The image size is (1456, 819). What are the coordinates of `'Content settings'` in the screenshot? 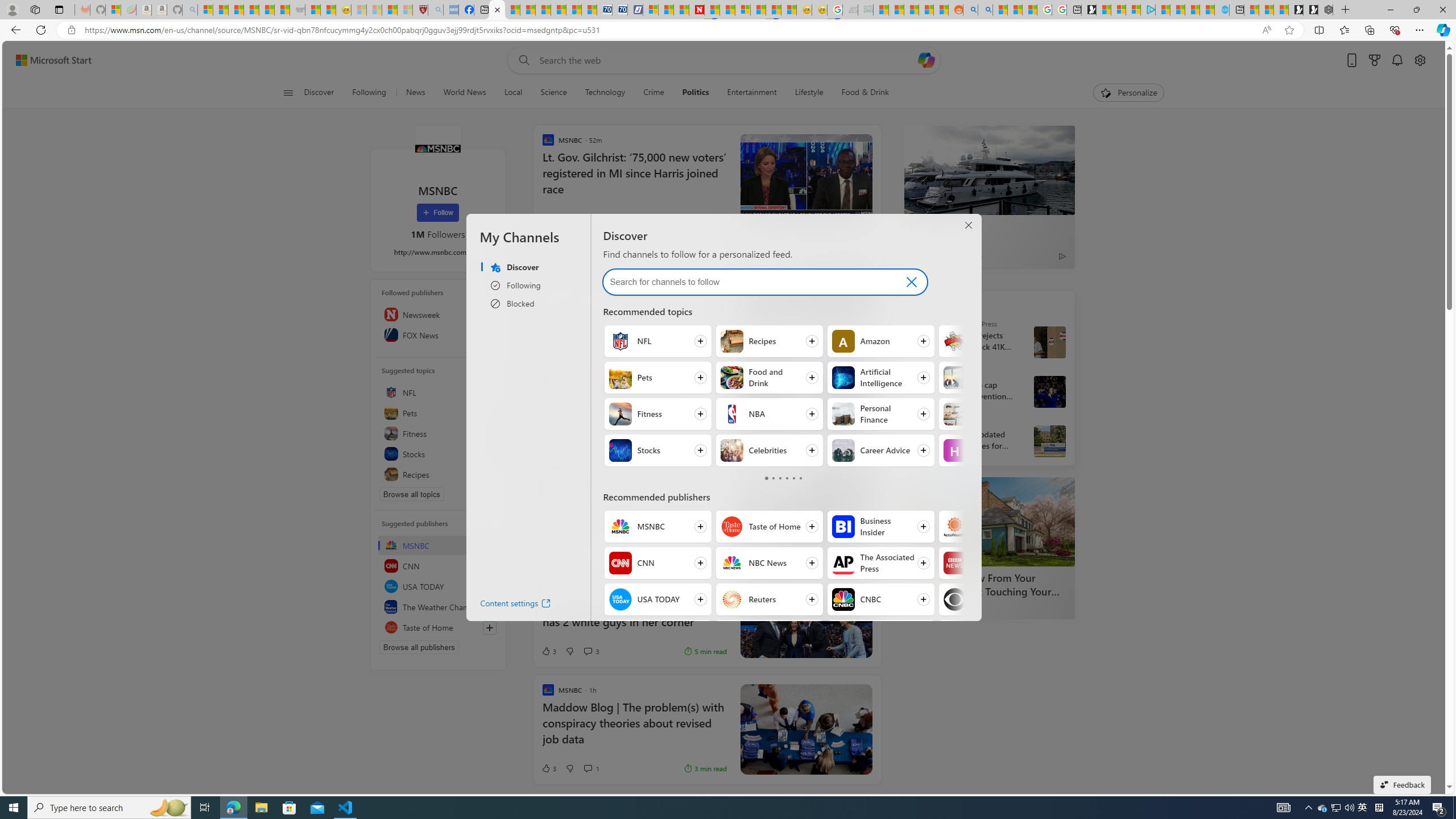 It's located at (505, 605).